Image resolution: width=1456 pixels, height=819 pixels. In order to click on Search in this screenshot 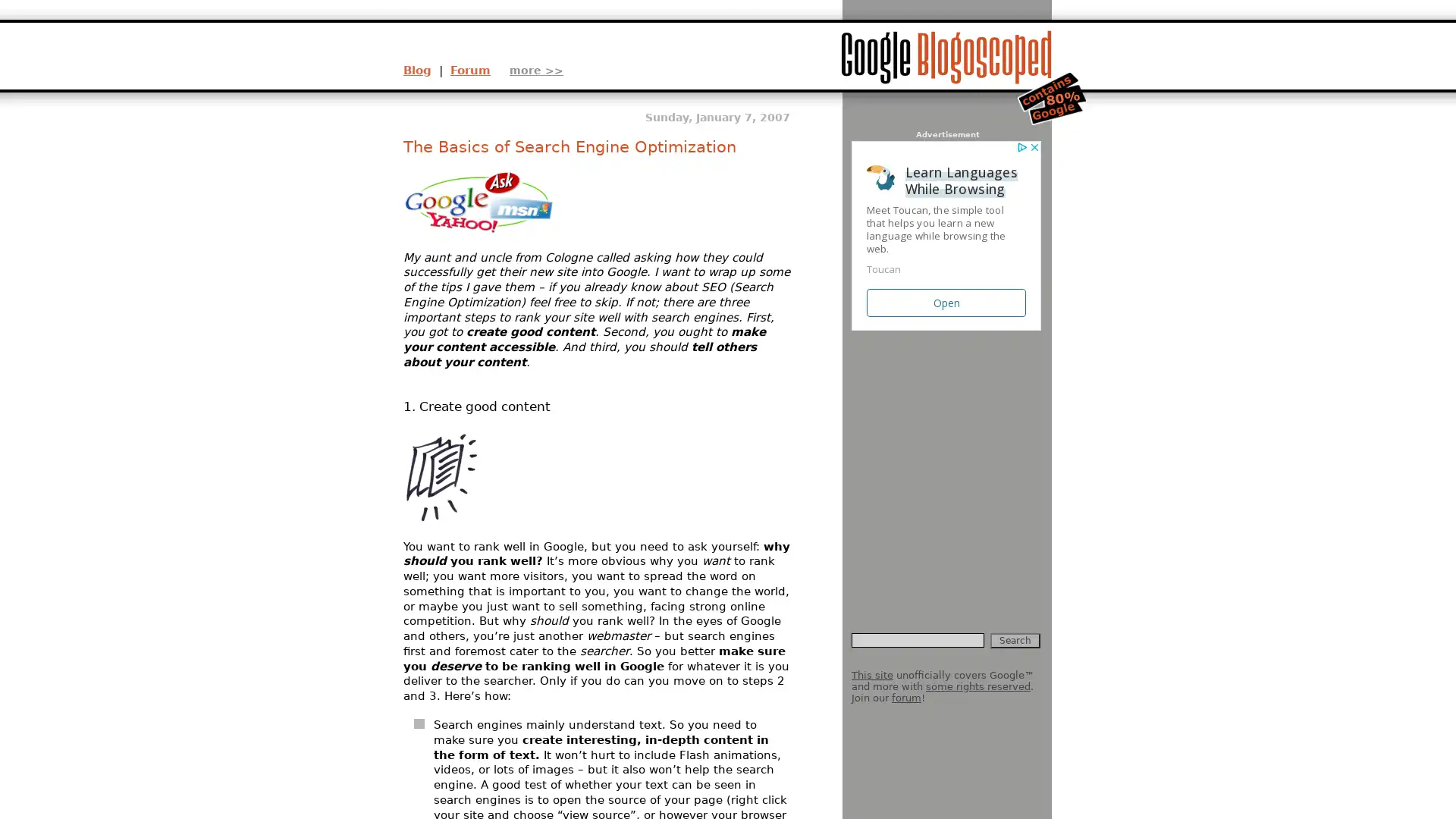, I will do `click(1015, 640)`.